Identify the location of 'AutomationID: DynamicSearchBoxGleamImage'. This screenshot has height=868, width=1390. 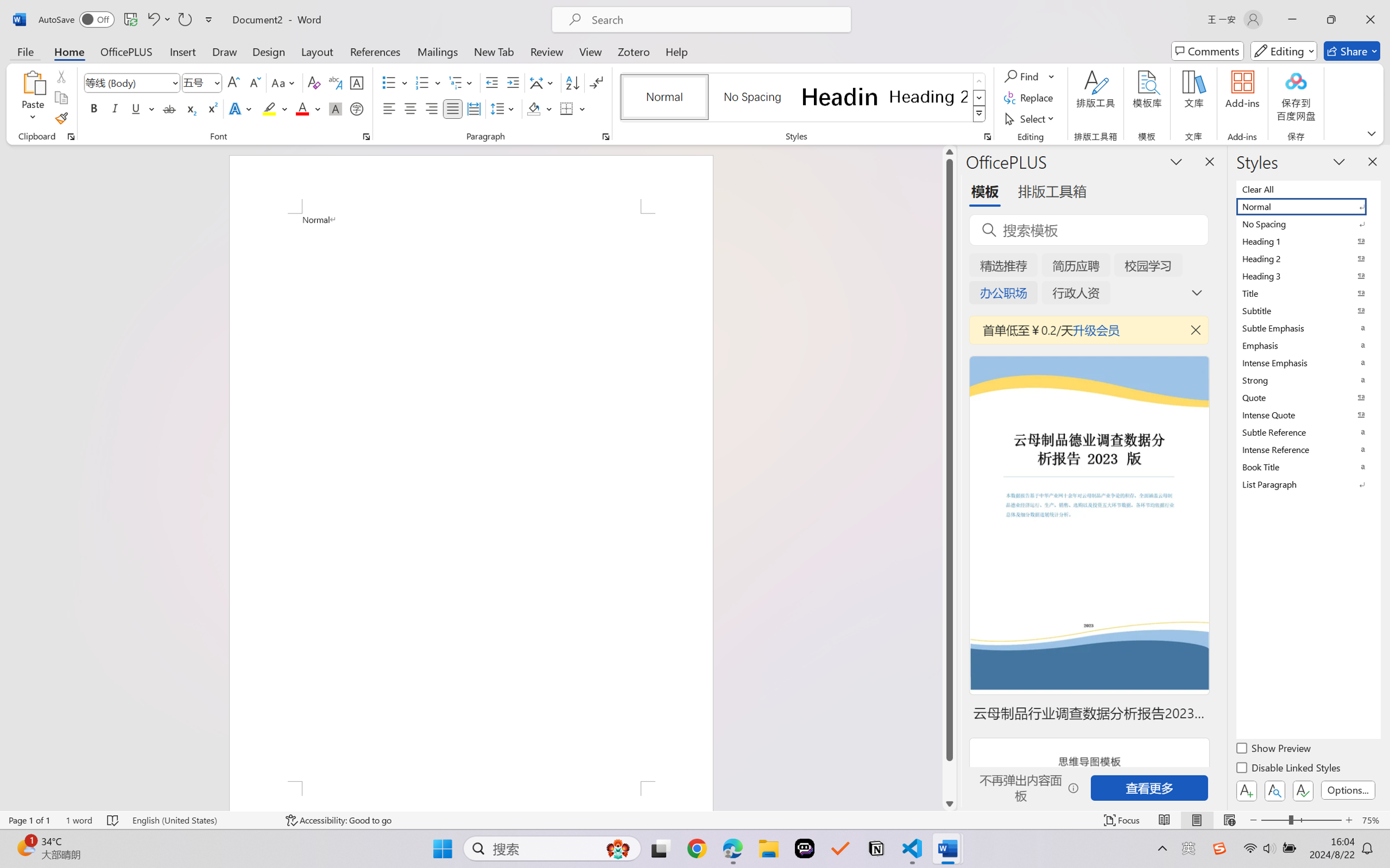
(618, 848).